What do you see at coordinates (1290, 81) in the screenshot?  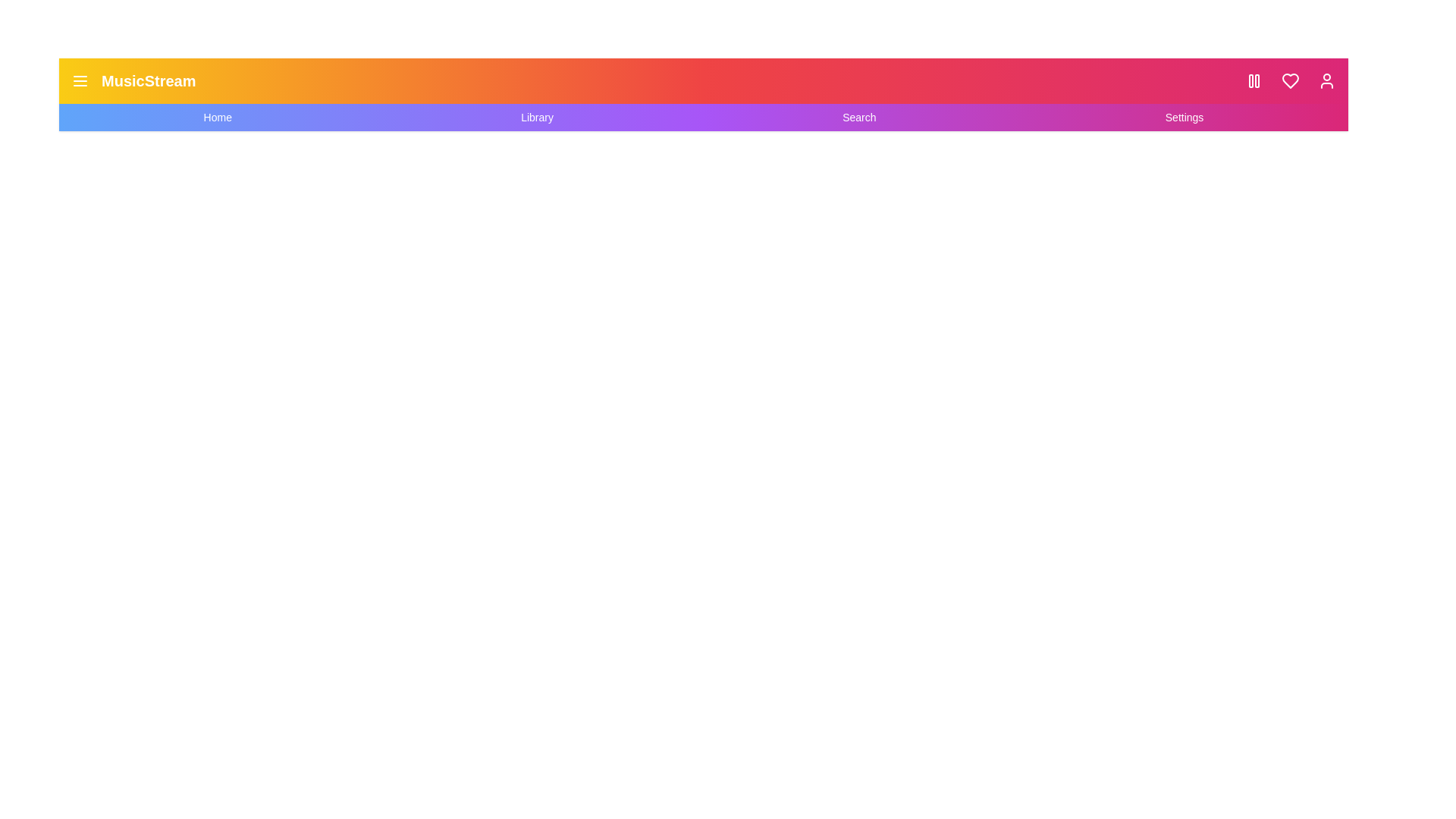 I see `the 'Heart' icon to mark or unmark an item as favorite` at bounding box center [1290, 81].